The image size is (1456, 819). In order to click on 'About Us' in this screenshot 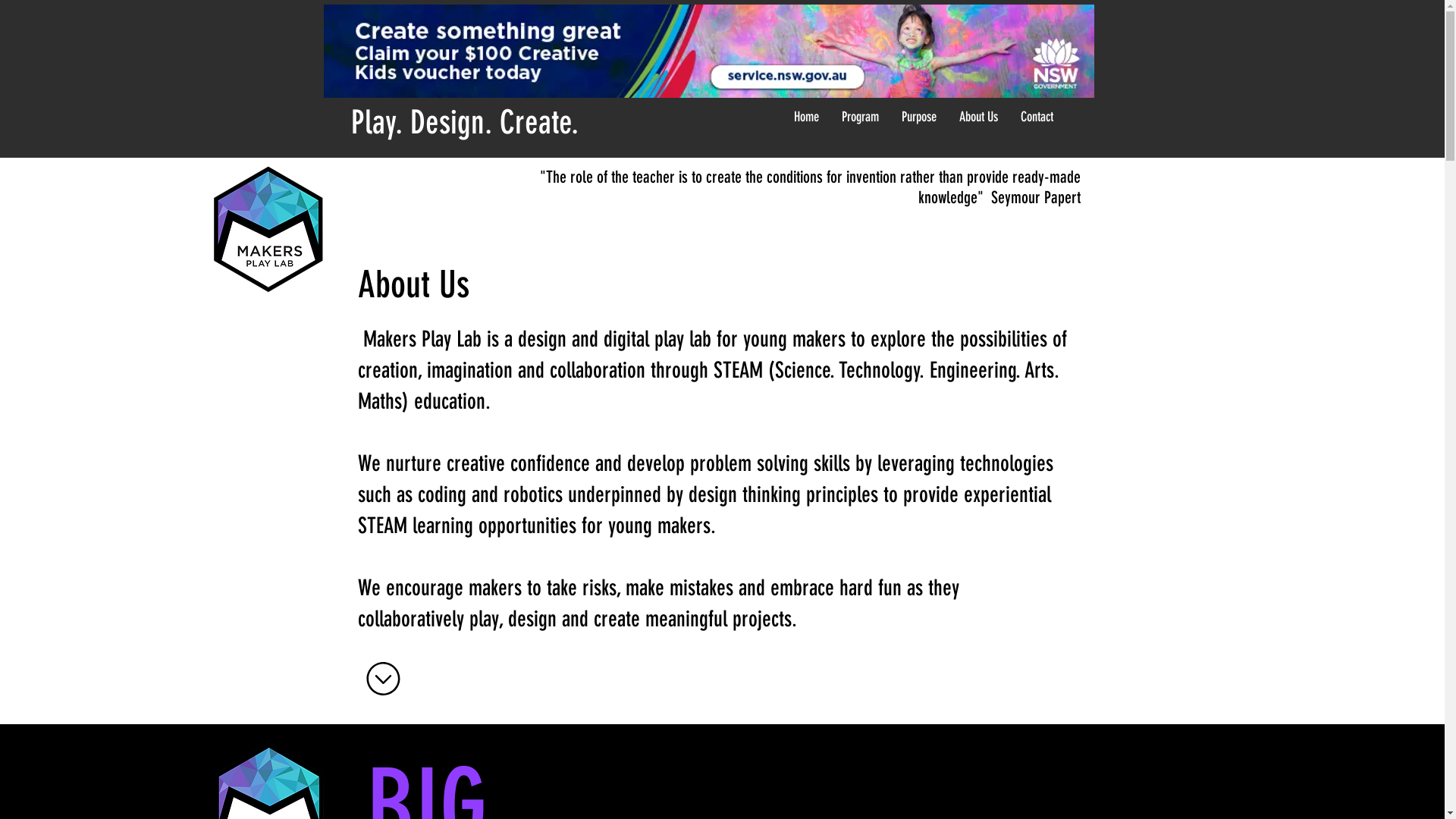, I will do `click(978, 116)`.